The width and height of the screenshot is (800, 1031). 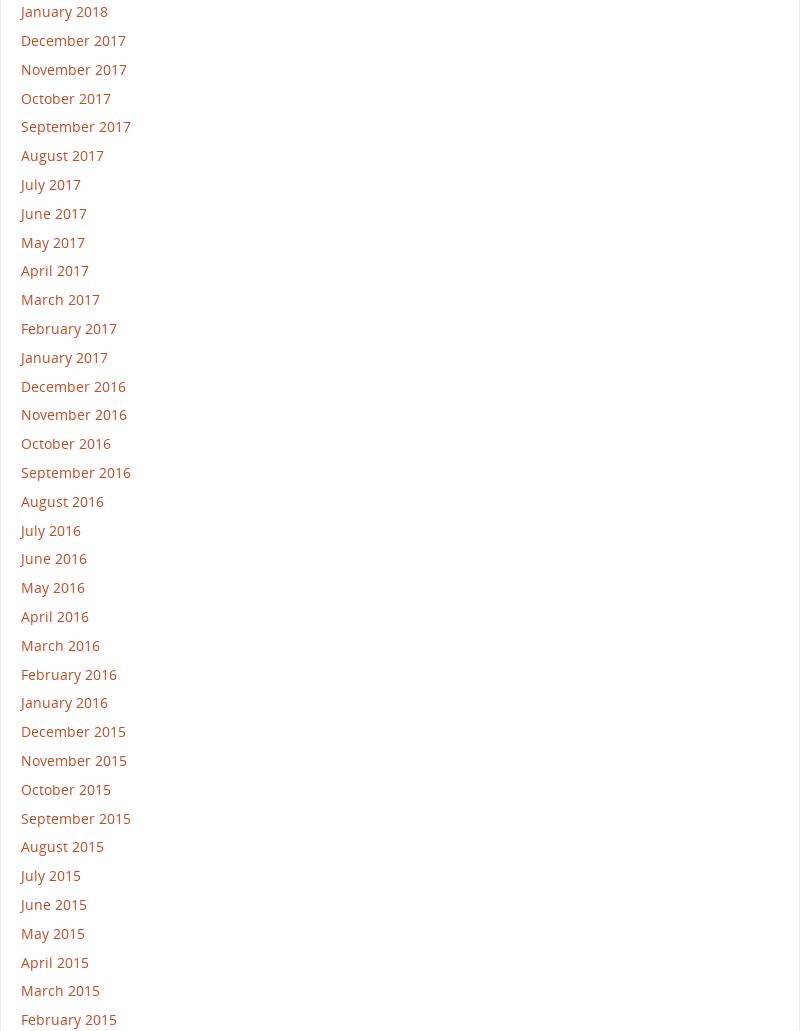 I want to click on 'August 2017', so click(x=61, y=154).